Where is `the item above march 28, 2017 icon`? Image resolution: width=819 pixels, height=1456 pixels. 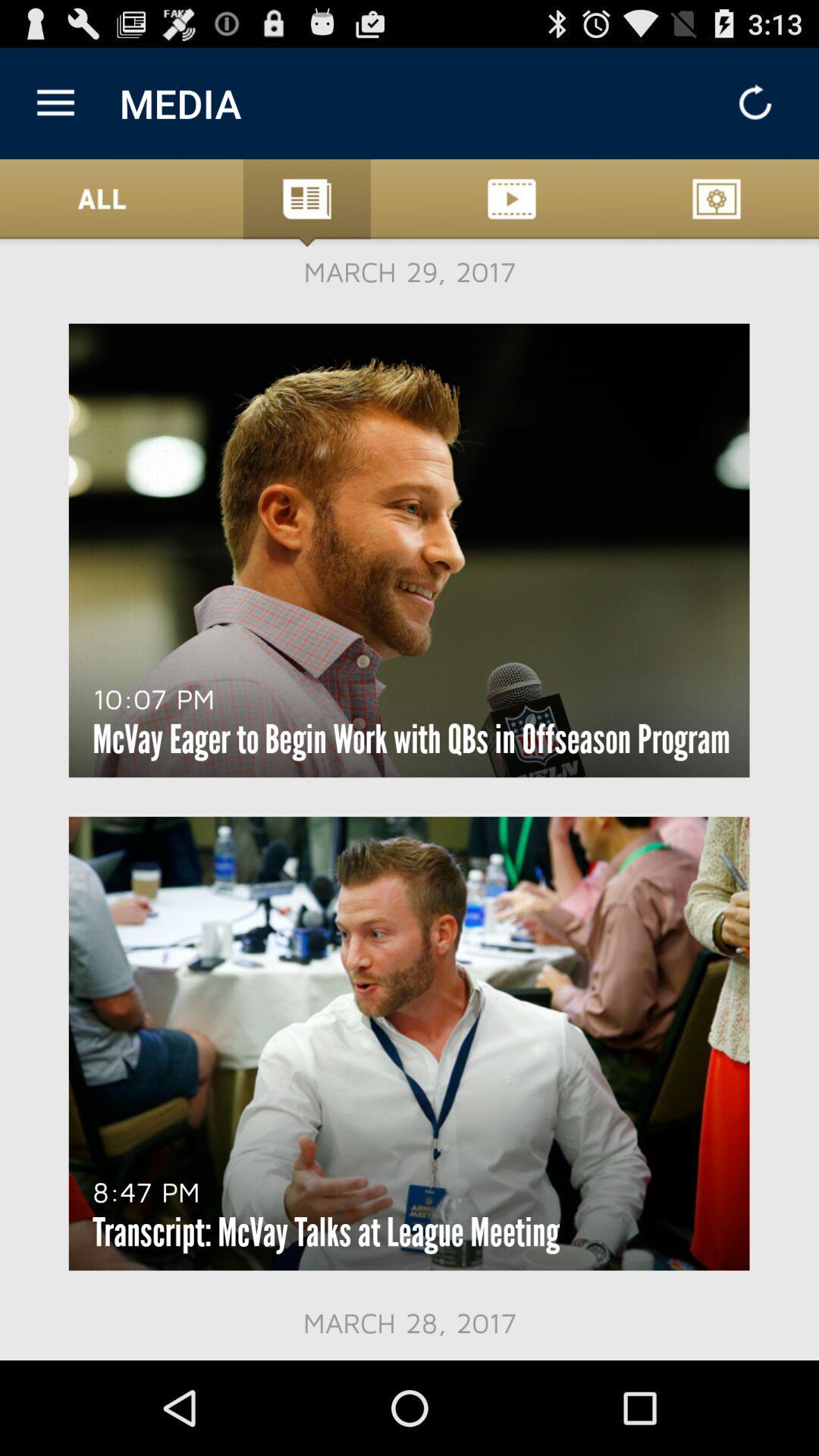 the item above march 28, 2017 icon is located at coordinates (325, 1232).